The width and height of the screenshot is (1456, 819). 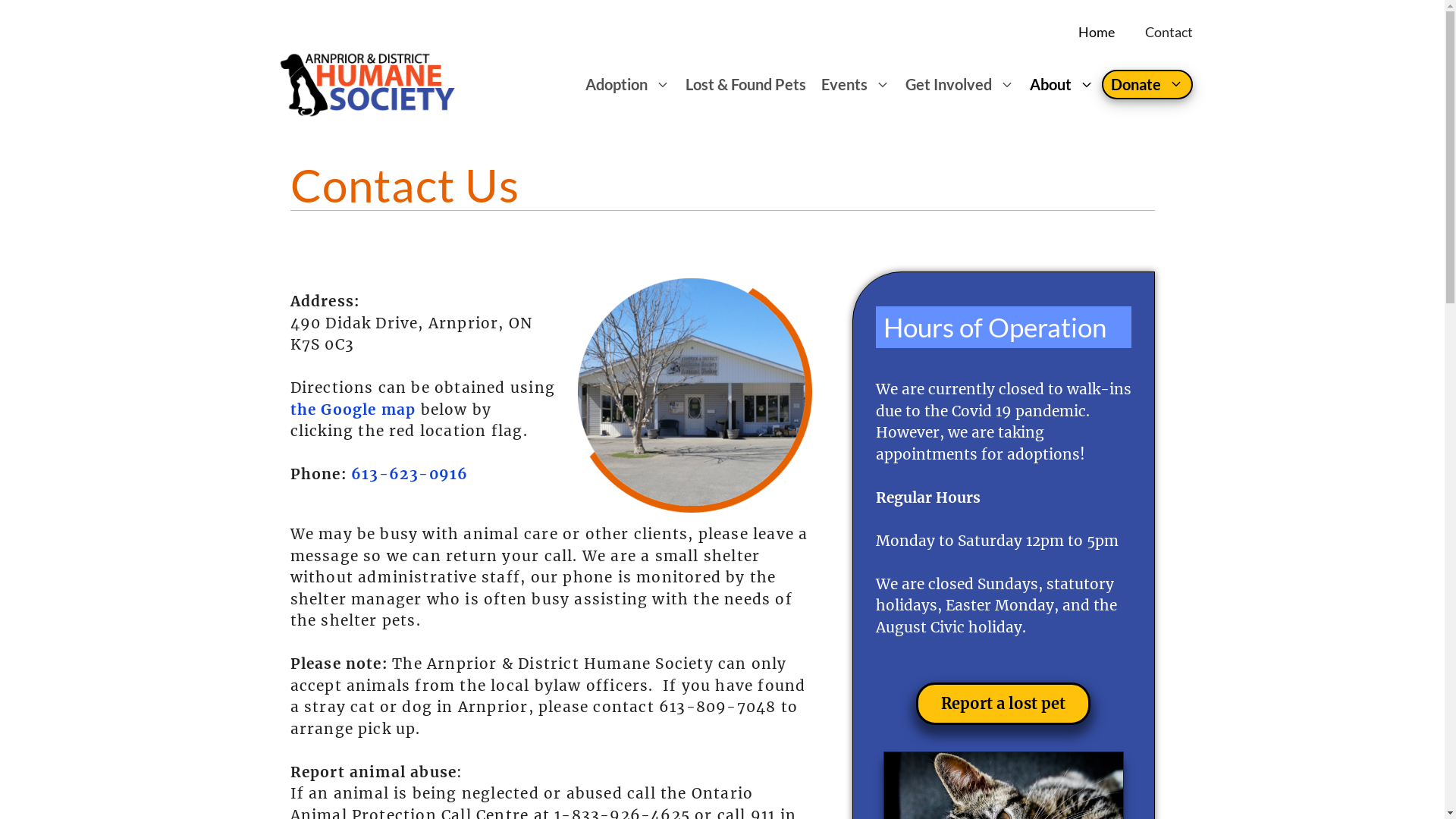 I want to click on 'Get Involved', so click(x=959, y=84).